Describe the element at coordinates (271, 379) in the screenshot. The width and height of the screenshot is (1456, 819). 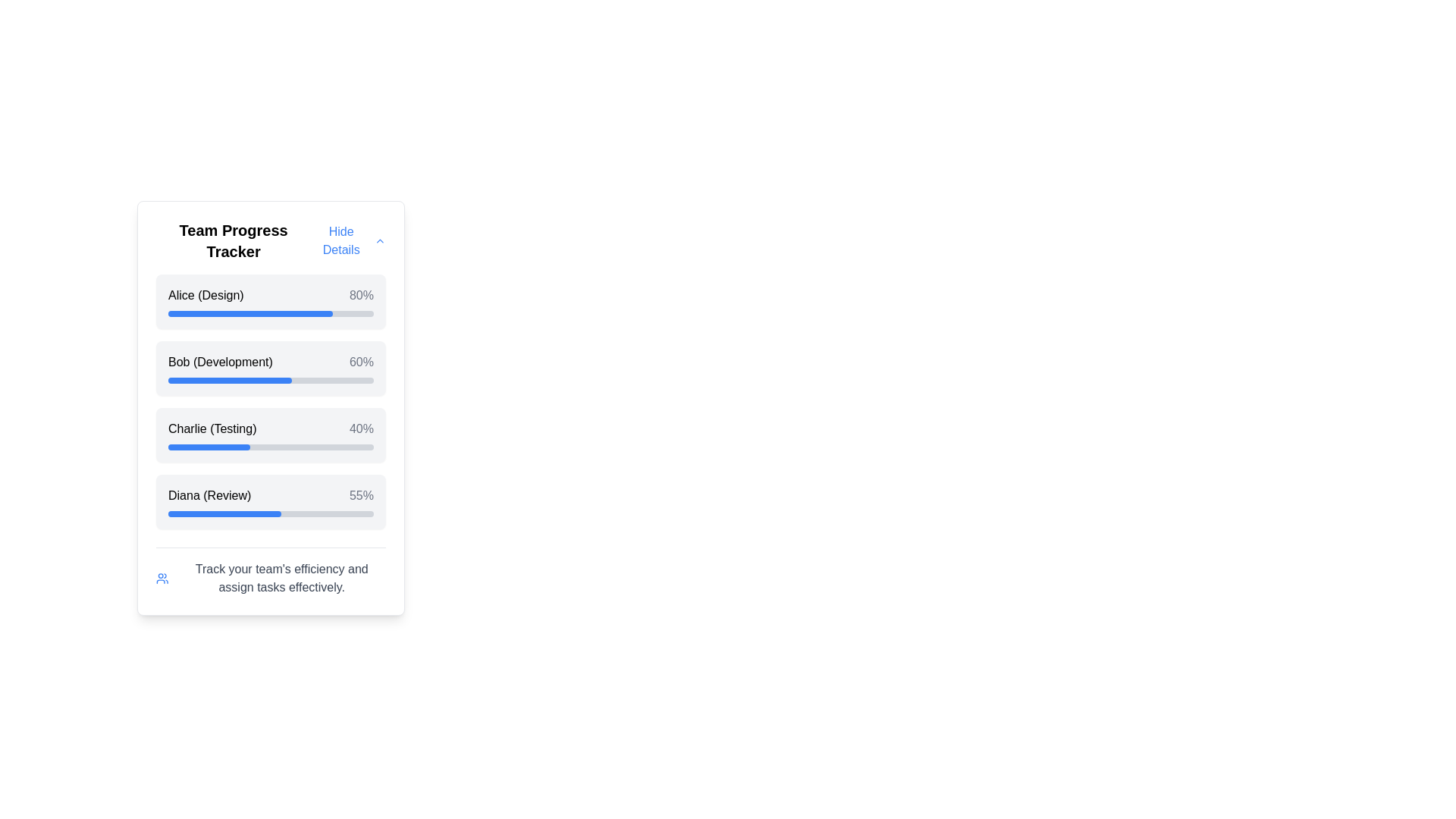
I see `the progress bar indicating 60% completion, styled with rounded edges, located within the card labeled 'Bob (Development)' and positioned beneath the text '60%'` at that location.